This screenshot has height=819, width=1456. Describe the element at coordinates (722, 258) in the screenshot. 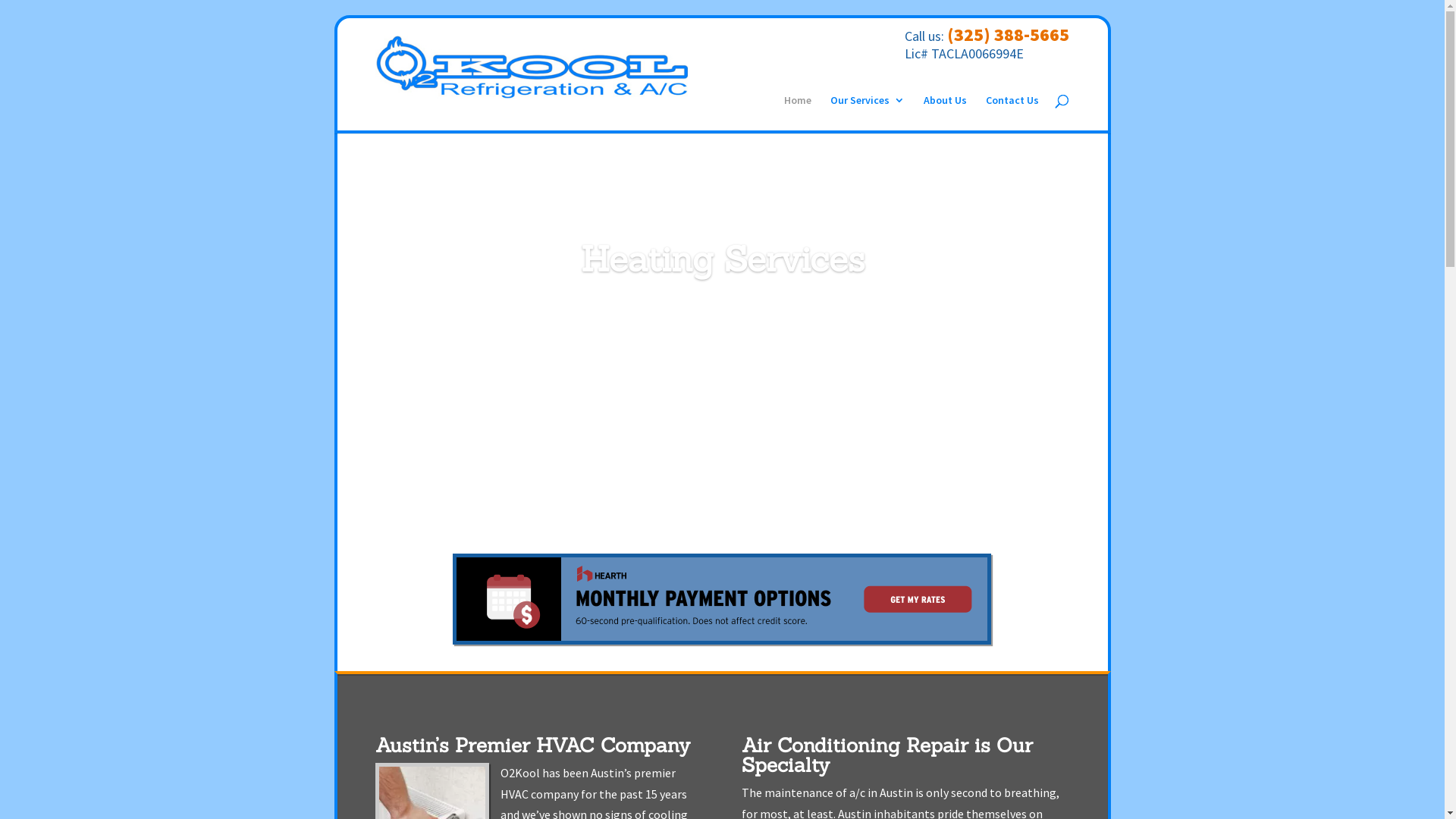

I see `'Heating Services'` at that location.